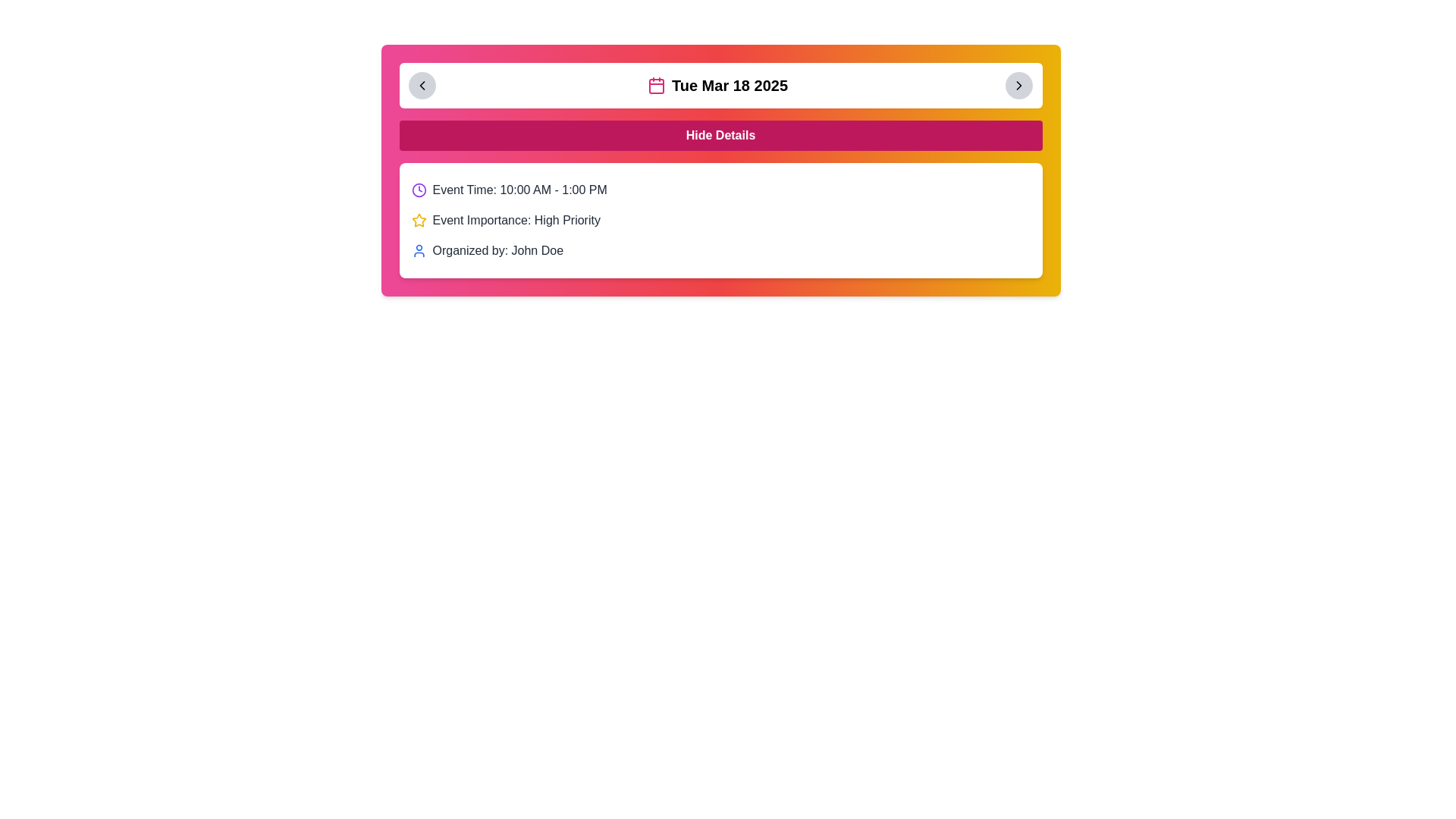 The height and width of the screenshot is (819, 1456). Describe the element at coordinates (656, 86) in the screenshot. I see `the decorative rectangle inside the calendar icon located to the right of the header text 'Tue Mar 18 2025'` at that location.